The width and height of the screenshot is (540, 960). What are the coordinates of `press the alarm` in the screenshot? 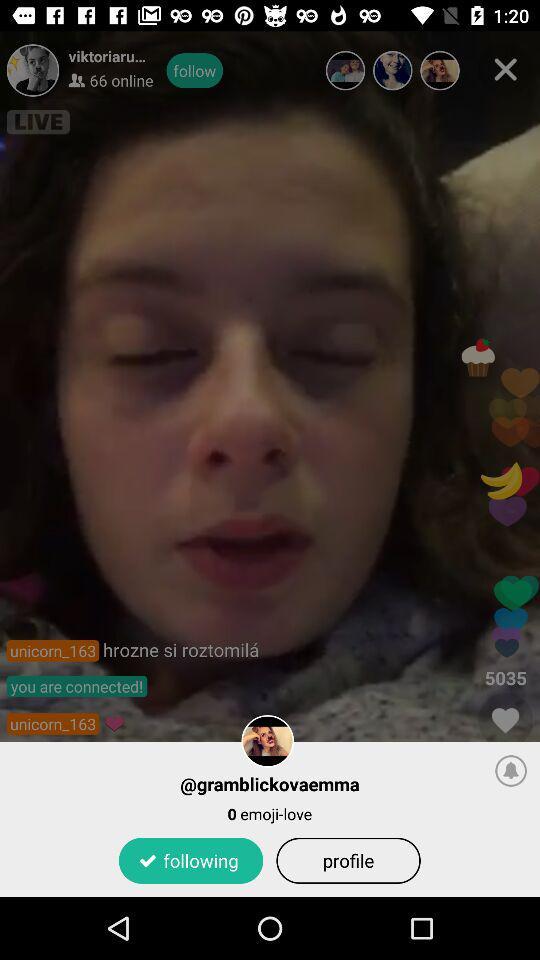 It's located at (511, 769).